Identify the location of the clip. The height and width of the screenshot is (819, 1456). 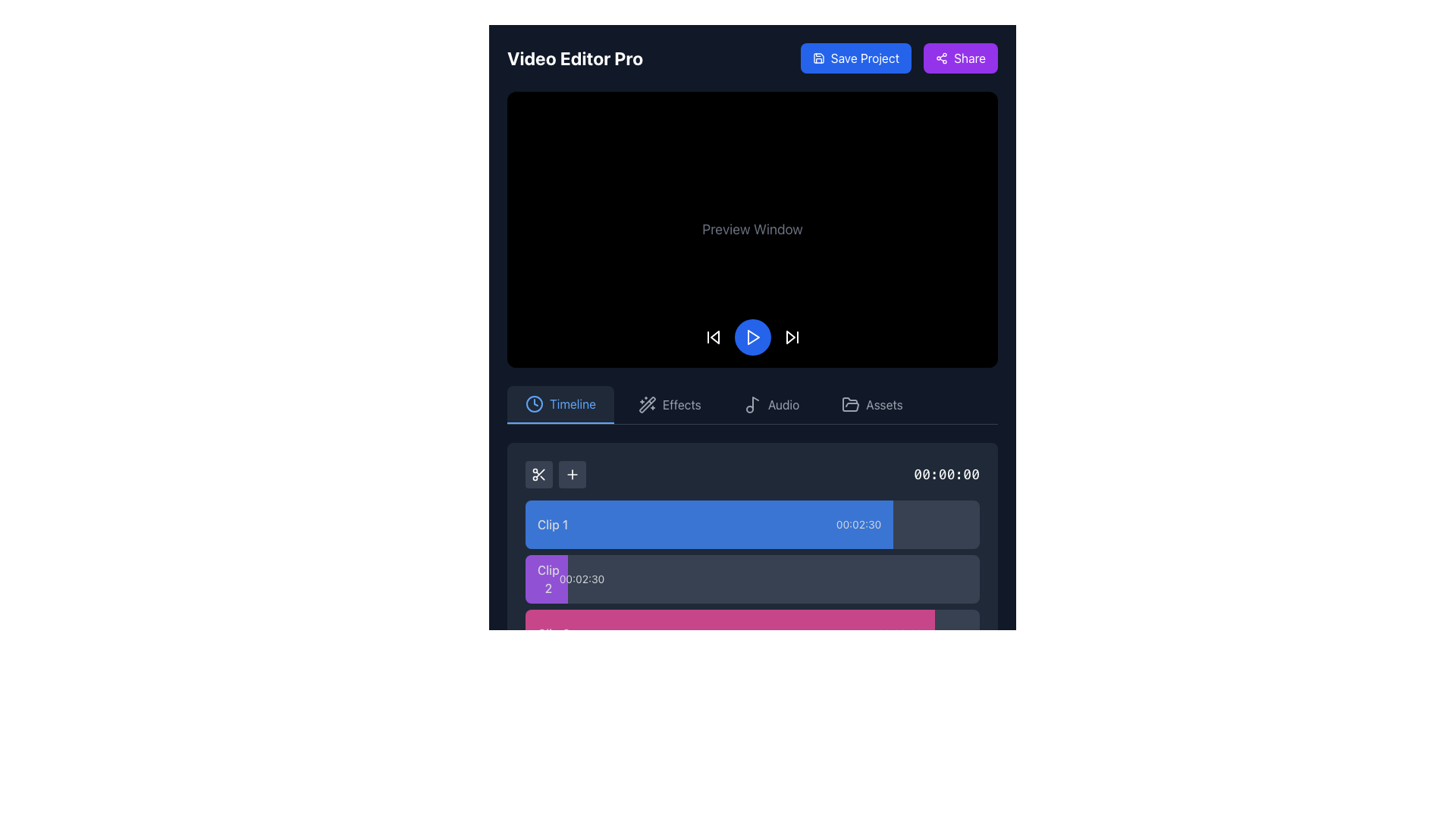
(752, 605).